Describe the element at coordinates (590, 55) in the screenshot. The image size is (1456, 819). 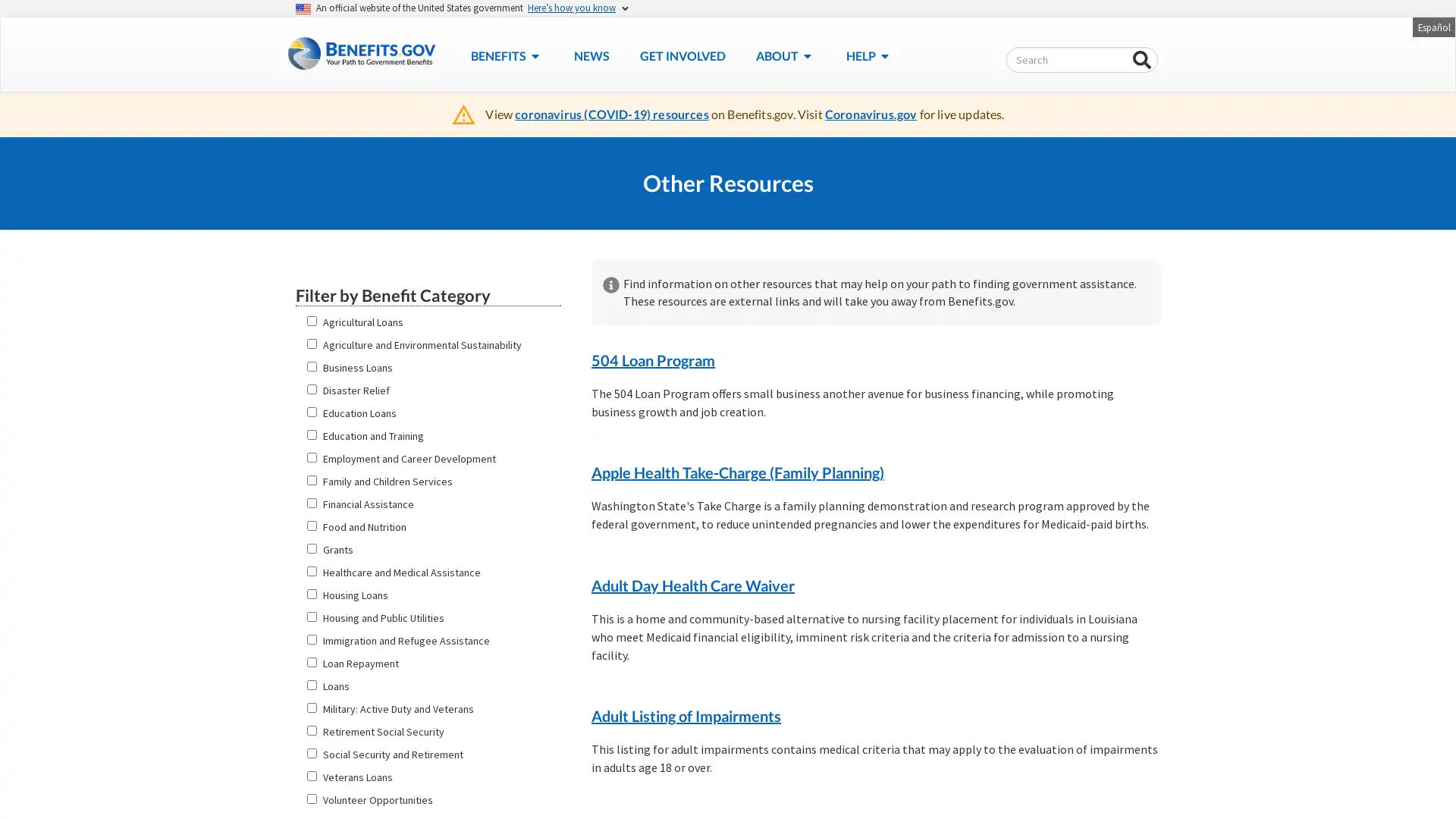
I see `NEWS` at that location.